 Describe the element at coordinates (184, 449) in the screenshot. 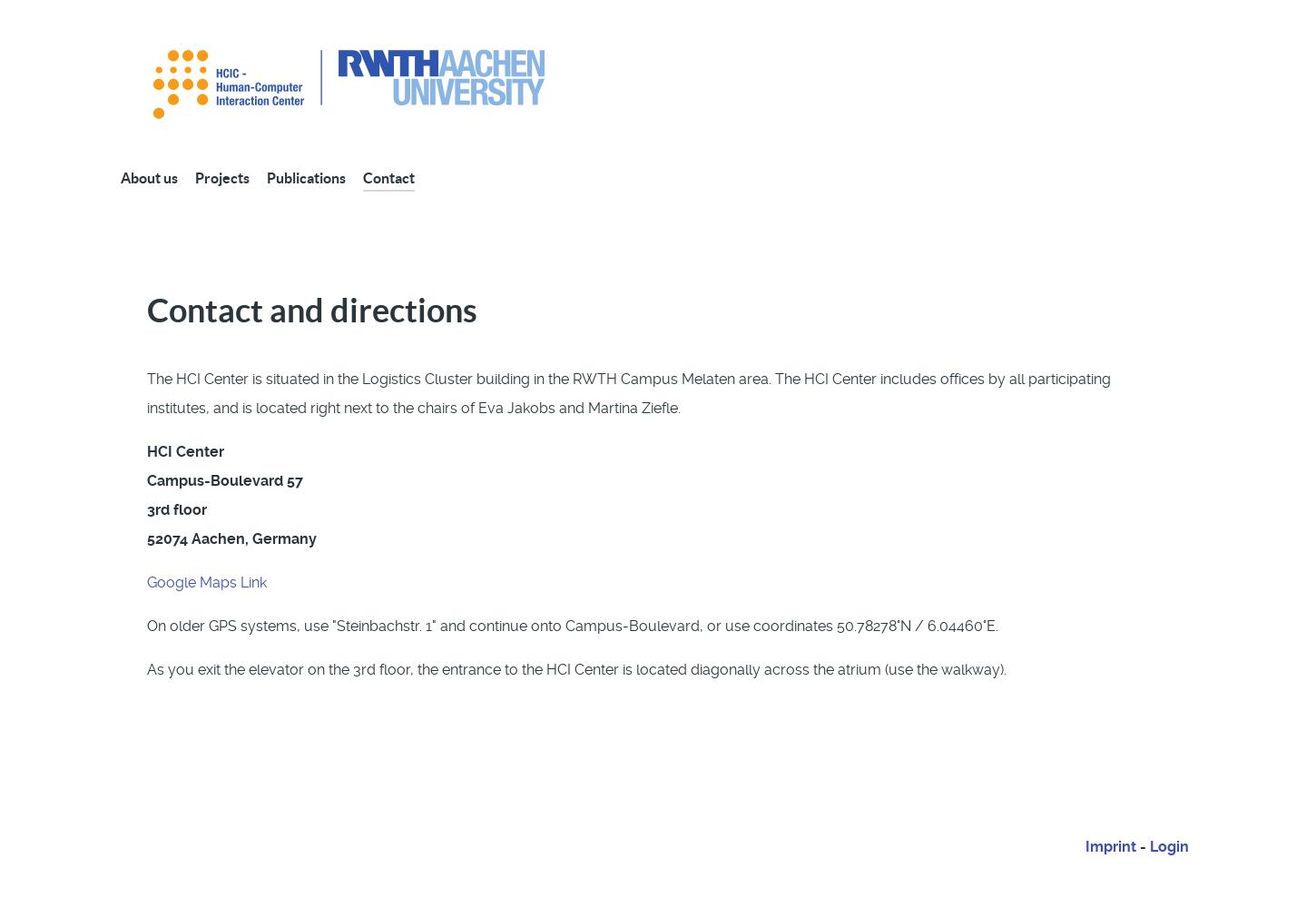

I see `'HCI Center'` at that location.